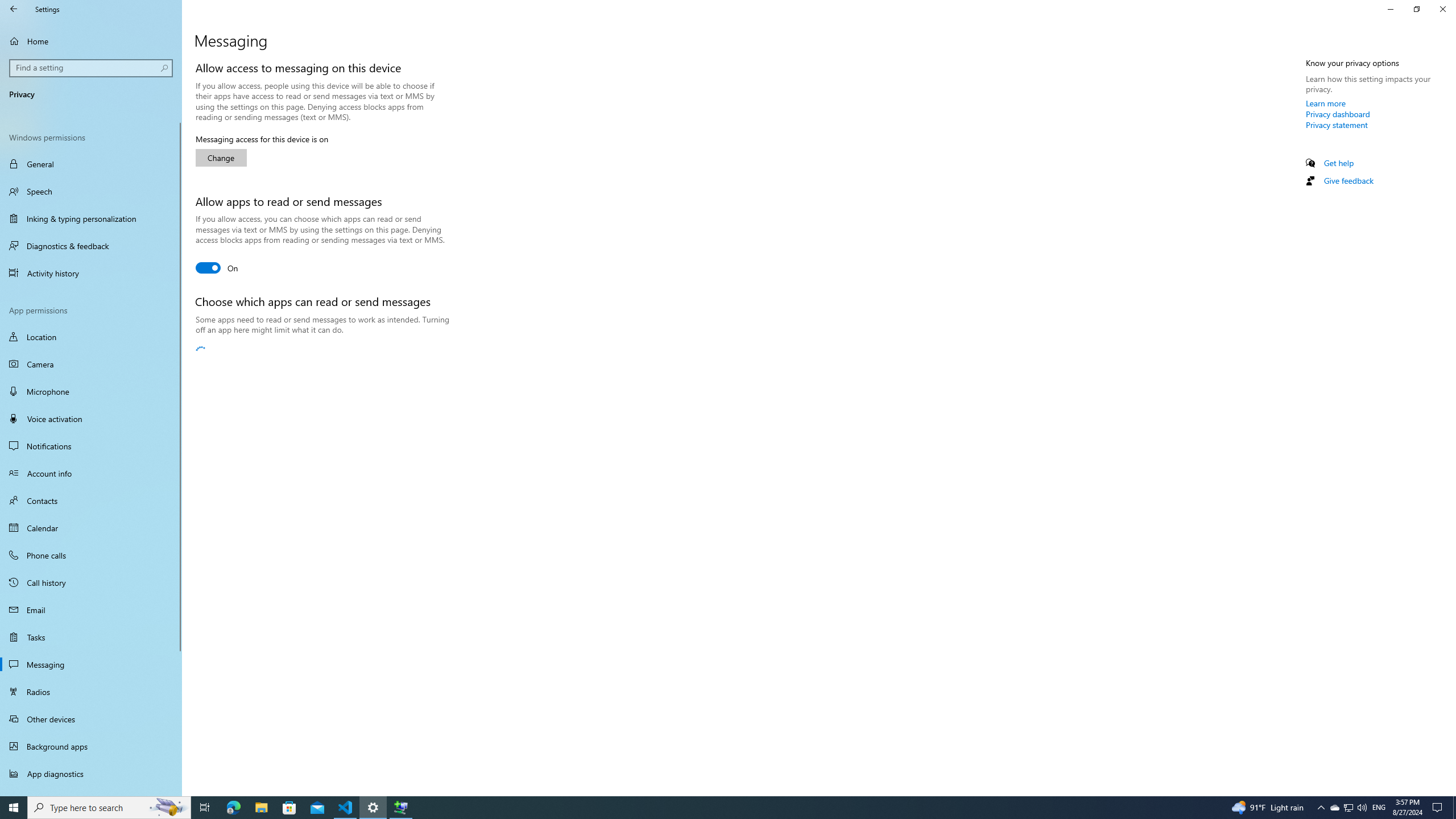  I want to click on 'Change', so click(221, 157).